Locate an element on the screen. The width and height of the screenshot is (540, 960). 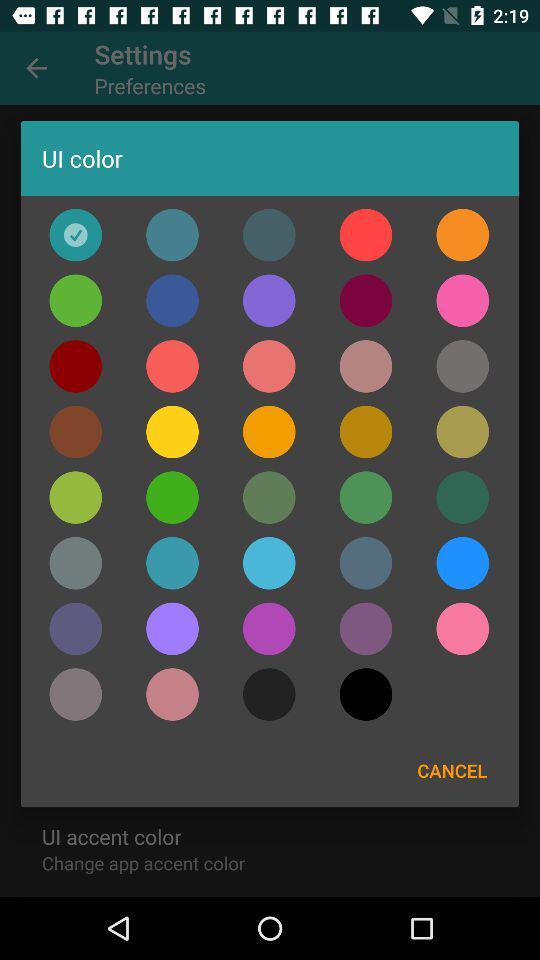
icon below the ui color is located at coordinates (74, 235).